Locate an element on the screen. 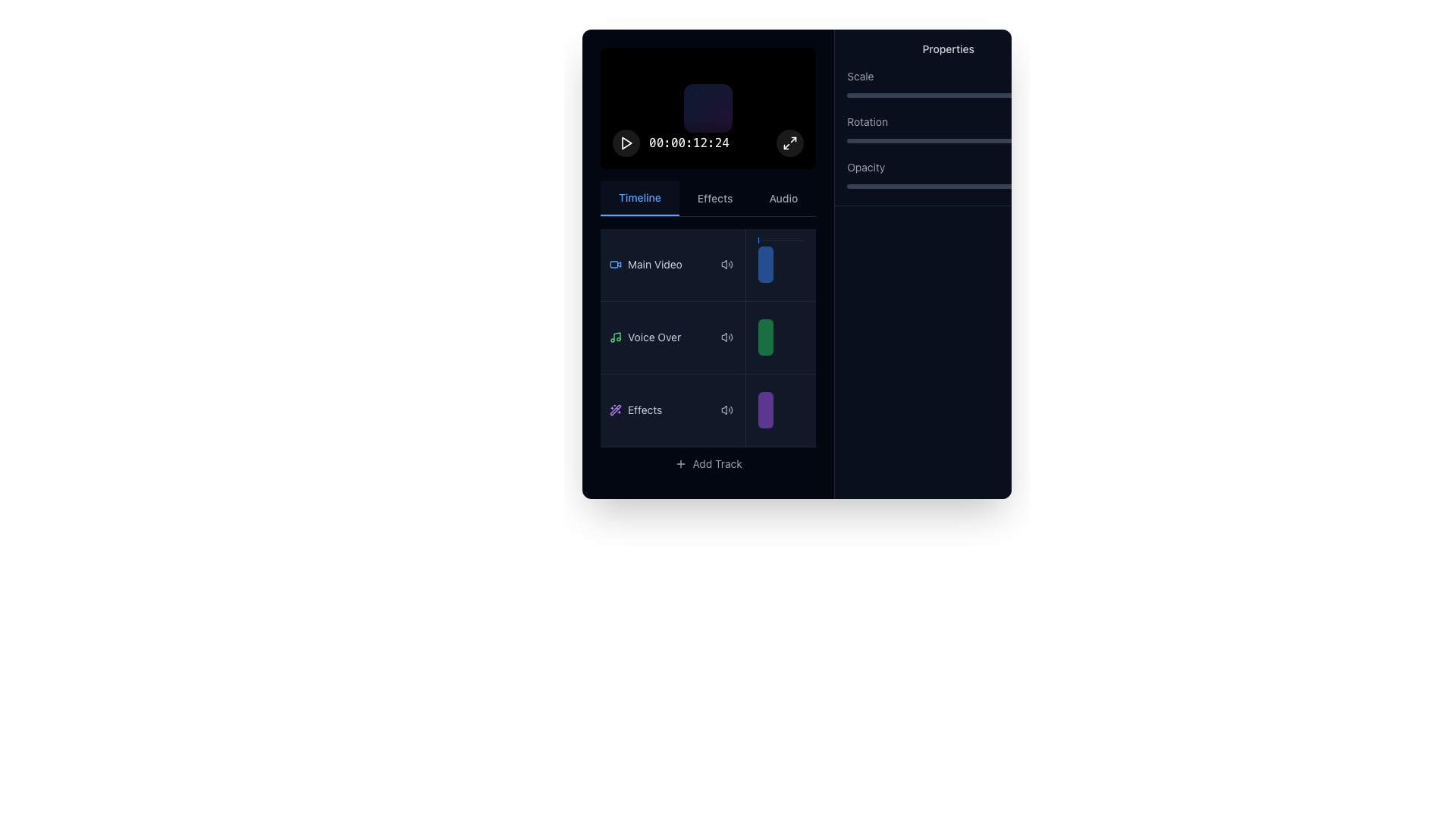  the blue indicator bar located at the top of the 'Main Video' section is located at coordinates (781, 239).